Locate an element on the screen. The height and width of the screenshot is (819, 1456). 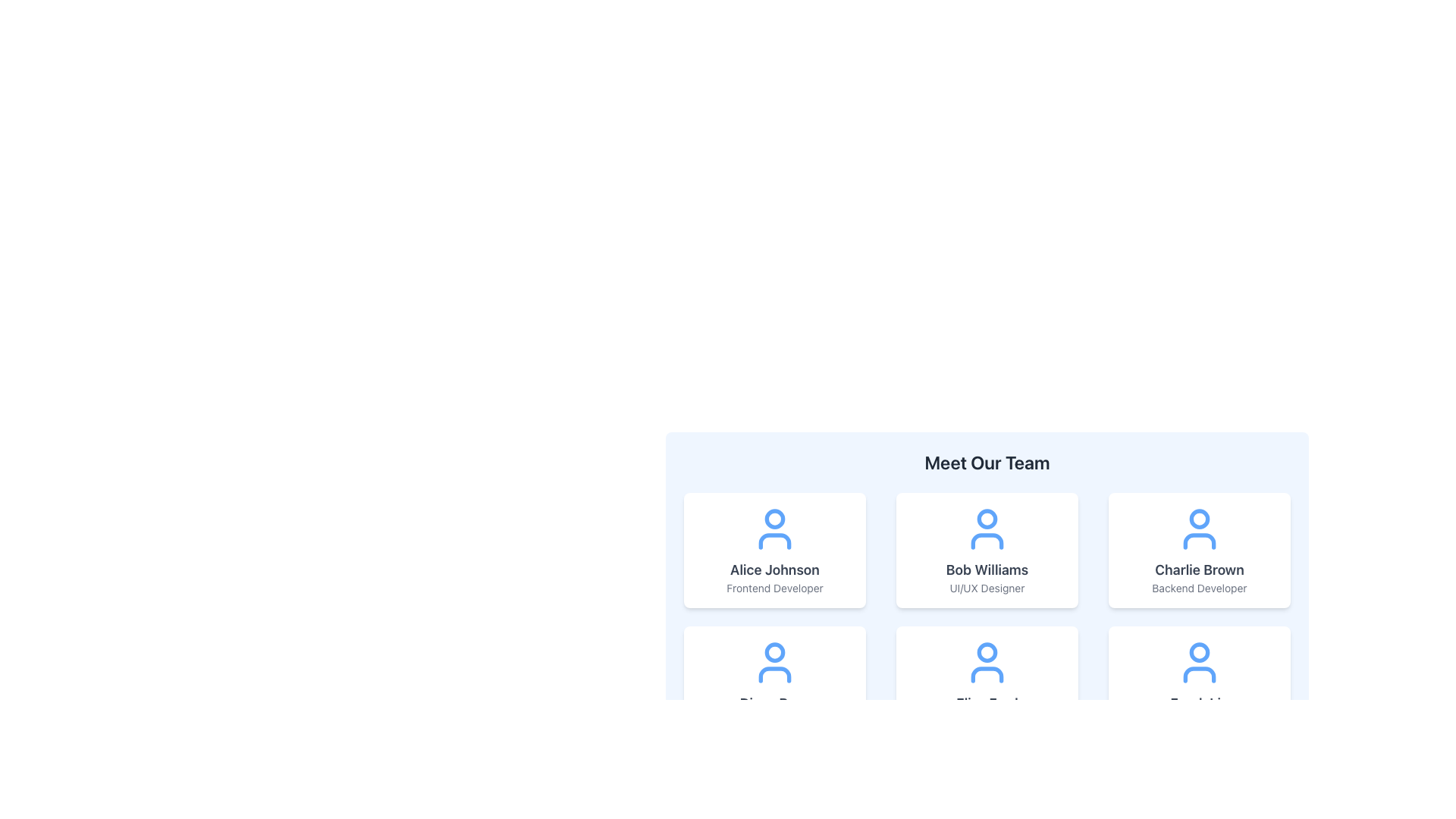
the user icon, which is a circular head and semi-circular body outline styled in blue, located at the top center of the team member details card is located at coordinates (775, 662).